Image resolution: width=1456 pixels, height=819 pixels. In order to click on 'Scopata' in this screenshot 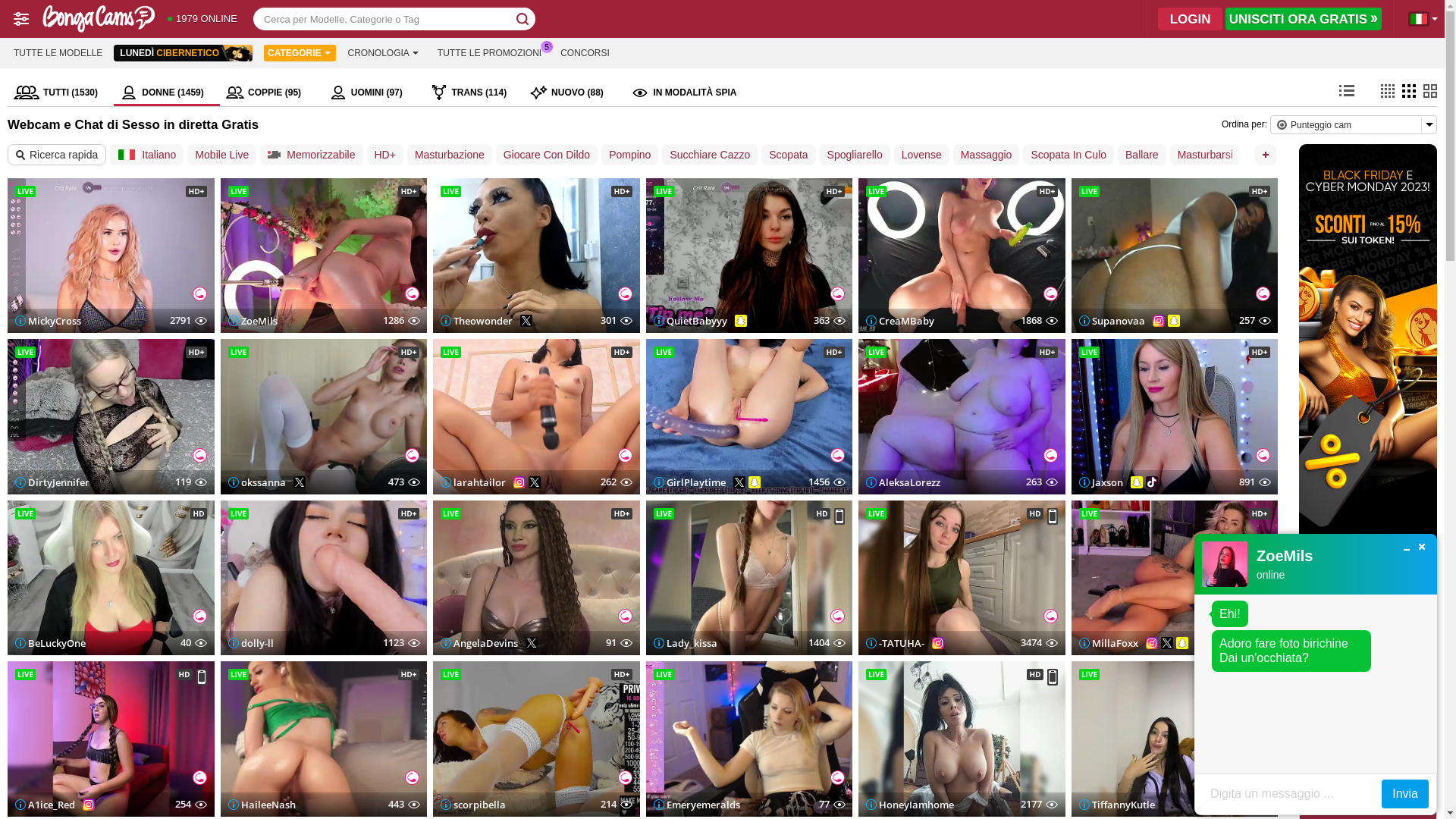, I will do `click(788, 155)`.